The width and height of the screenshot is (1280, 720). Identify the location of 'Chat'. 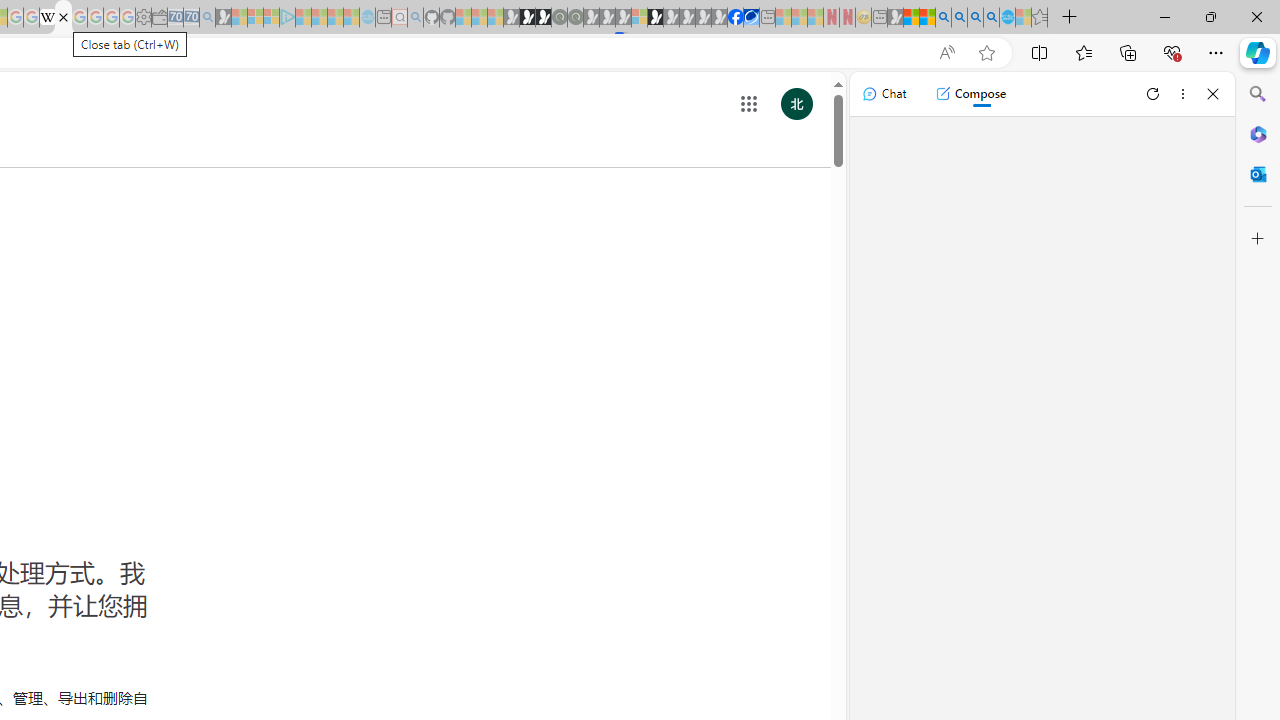
(883, 93).